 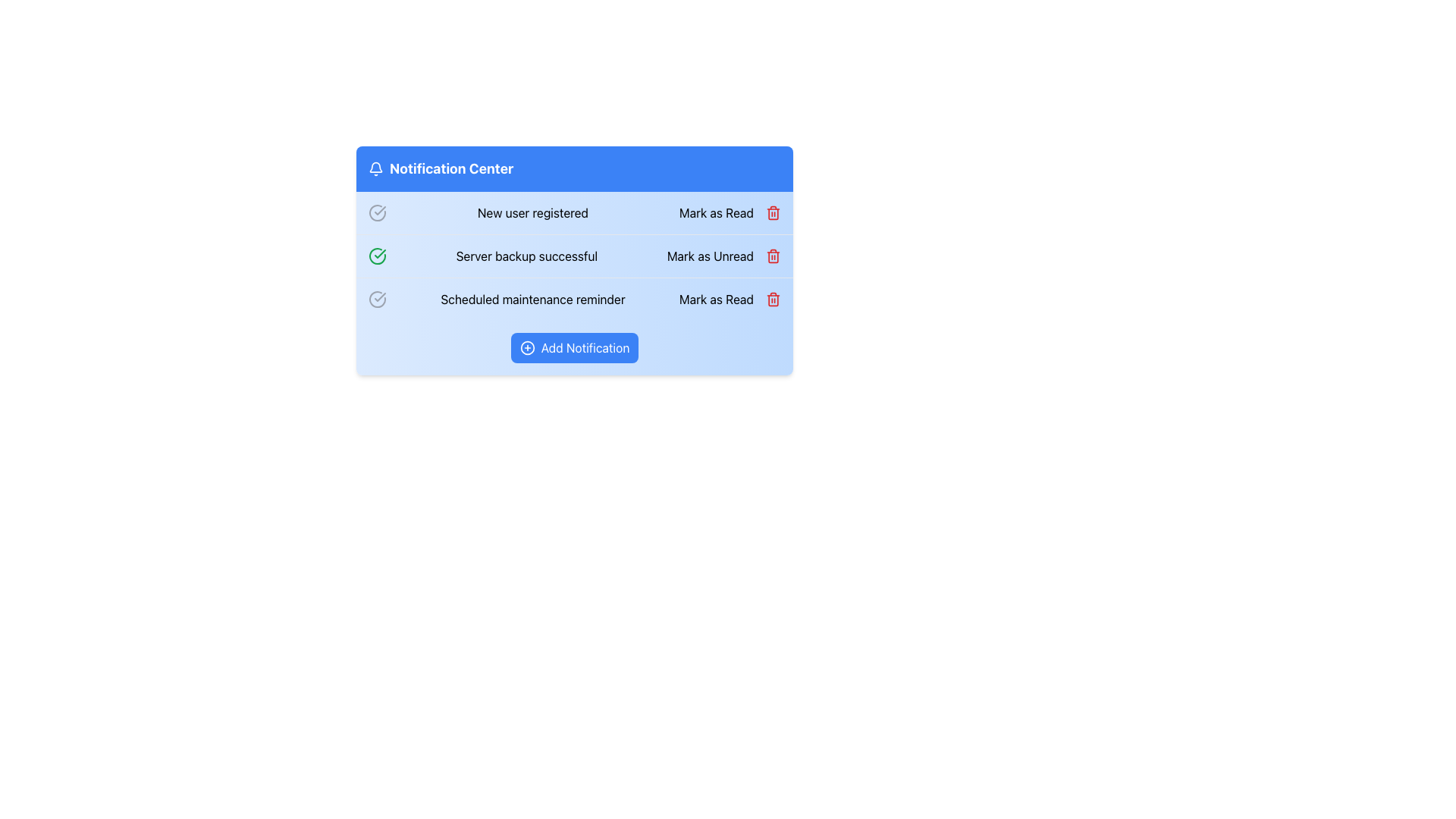 What do you see at coordinates (526, 256) in the screenshot?
I see `text displayed in the notification stating 'Server backup successful', which is located in the second notification item, between the green checkmark icon and the 'Mark as Unread' button` at bounding box center [526, 256].